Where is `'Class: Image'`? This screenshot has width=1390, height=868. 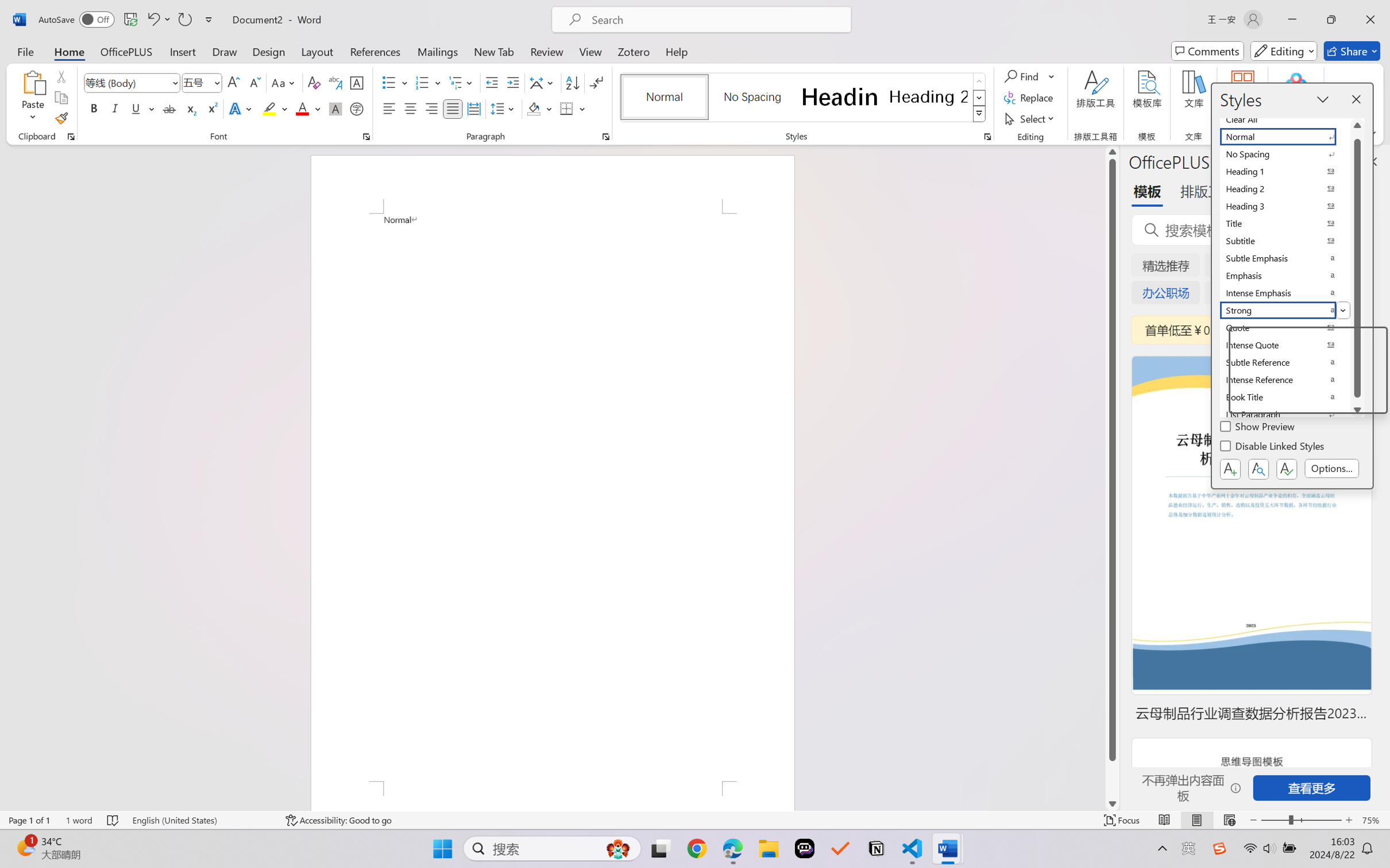
'Class: Image' is located at coordinates (1219, 848).